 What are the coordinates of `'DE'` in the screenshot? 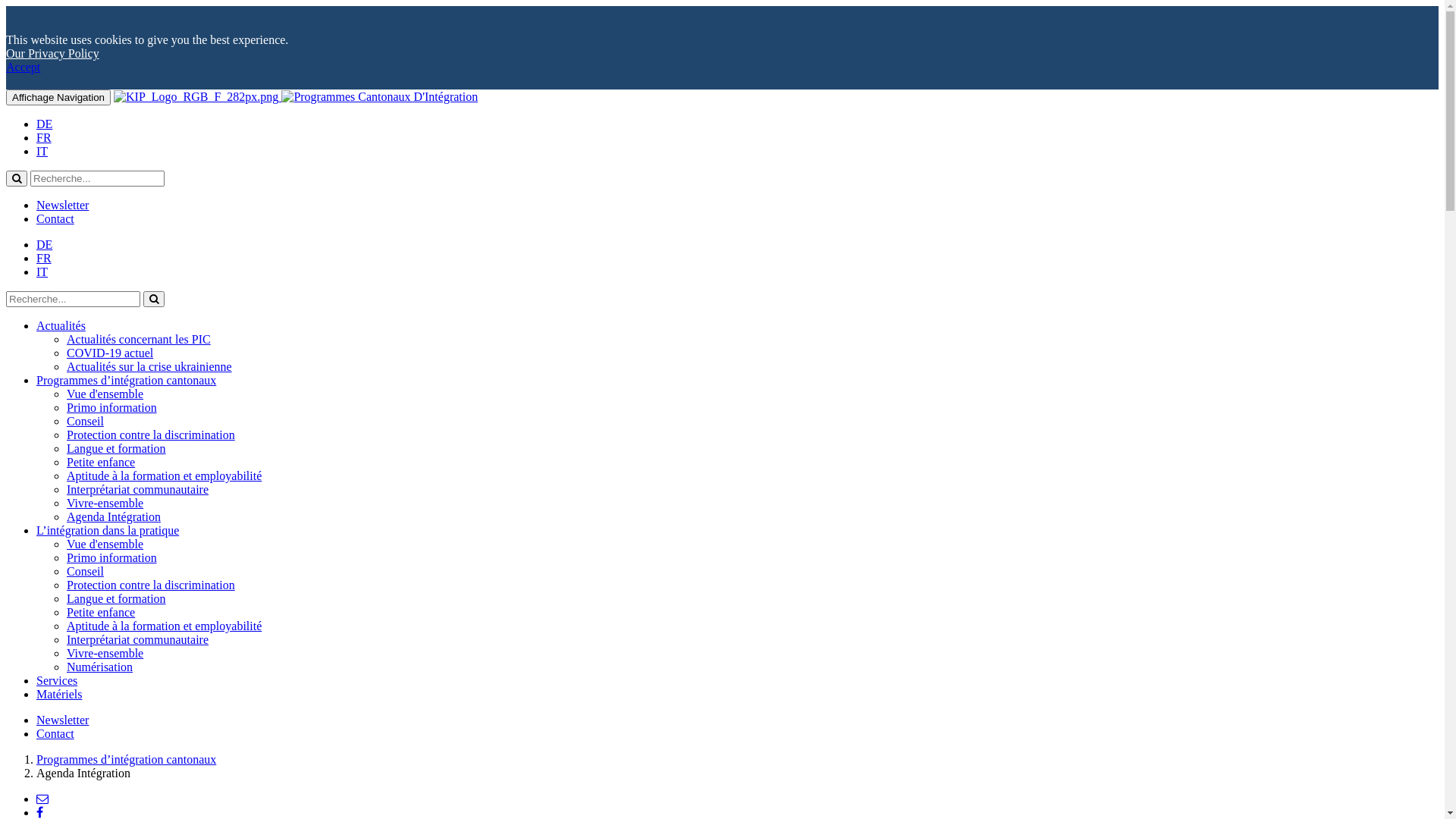 It's located at (36, 123).